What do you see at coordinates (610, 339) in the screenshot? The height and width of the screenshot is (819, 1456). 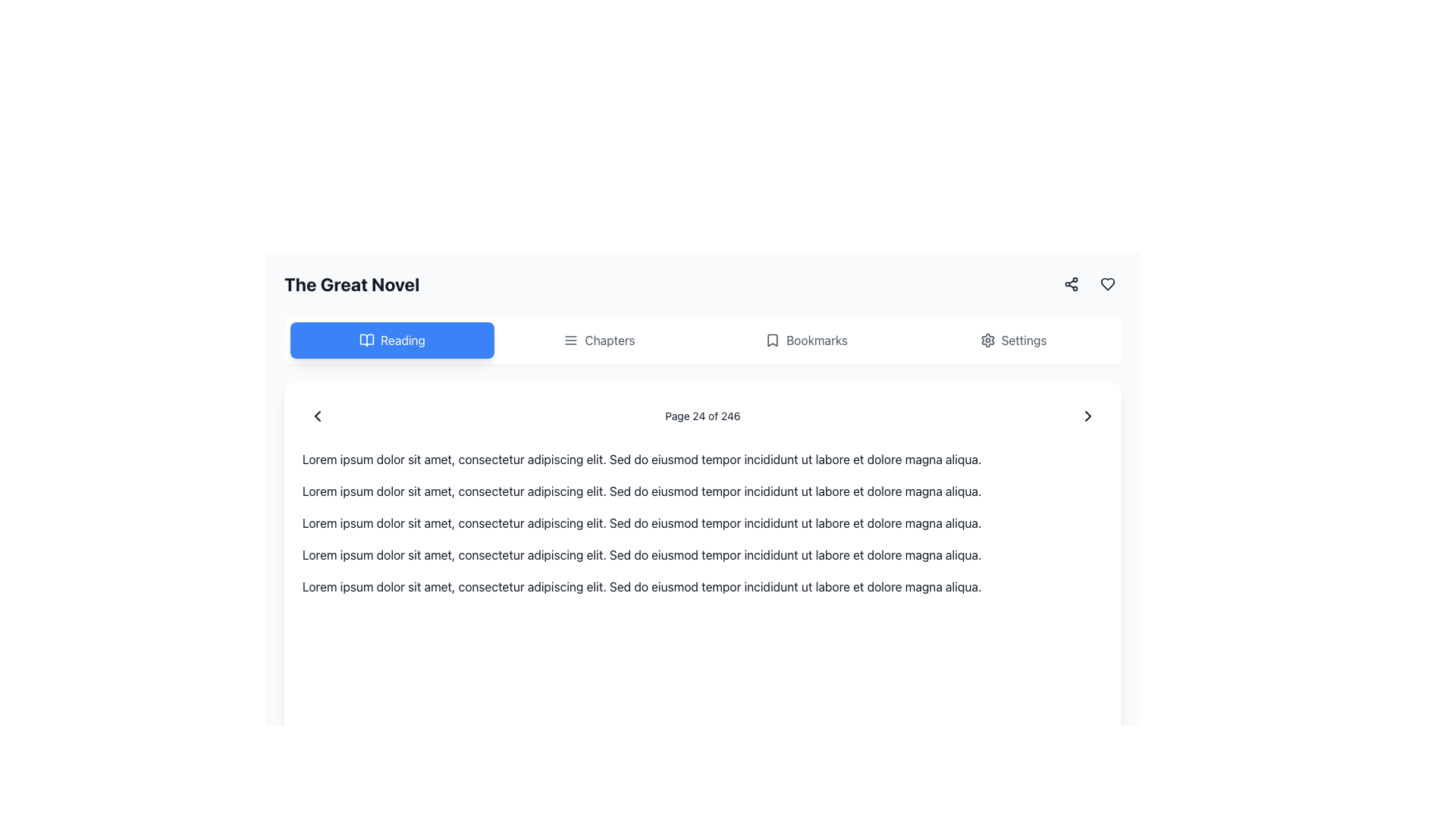 I see `the 'Chapters' label located in the horizontal navigation bar to trigger a visual highlight effect` at bounding box center [610, 339].